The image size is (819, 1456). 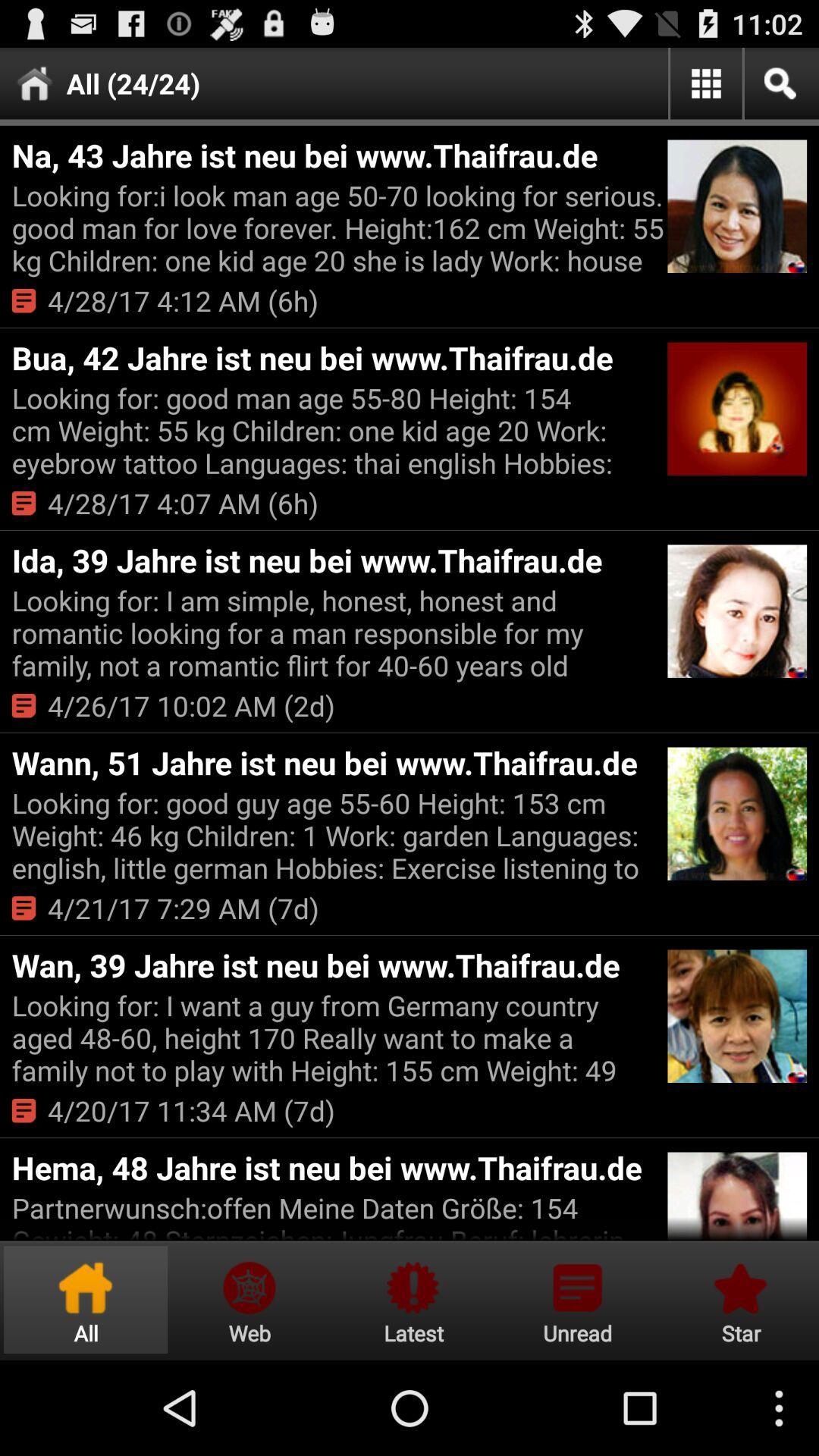 What do you see at coordinates (337, 762) in the screenshot?
I see `the item below 4 26 17 app` at bounding box center [337, 762].